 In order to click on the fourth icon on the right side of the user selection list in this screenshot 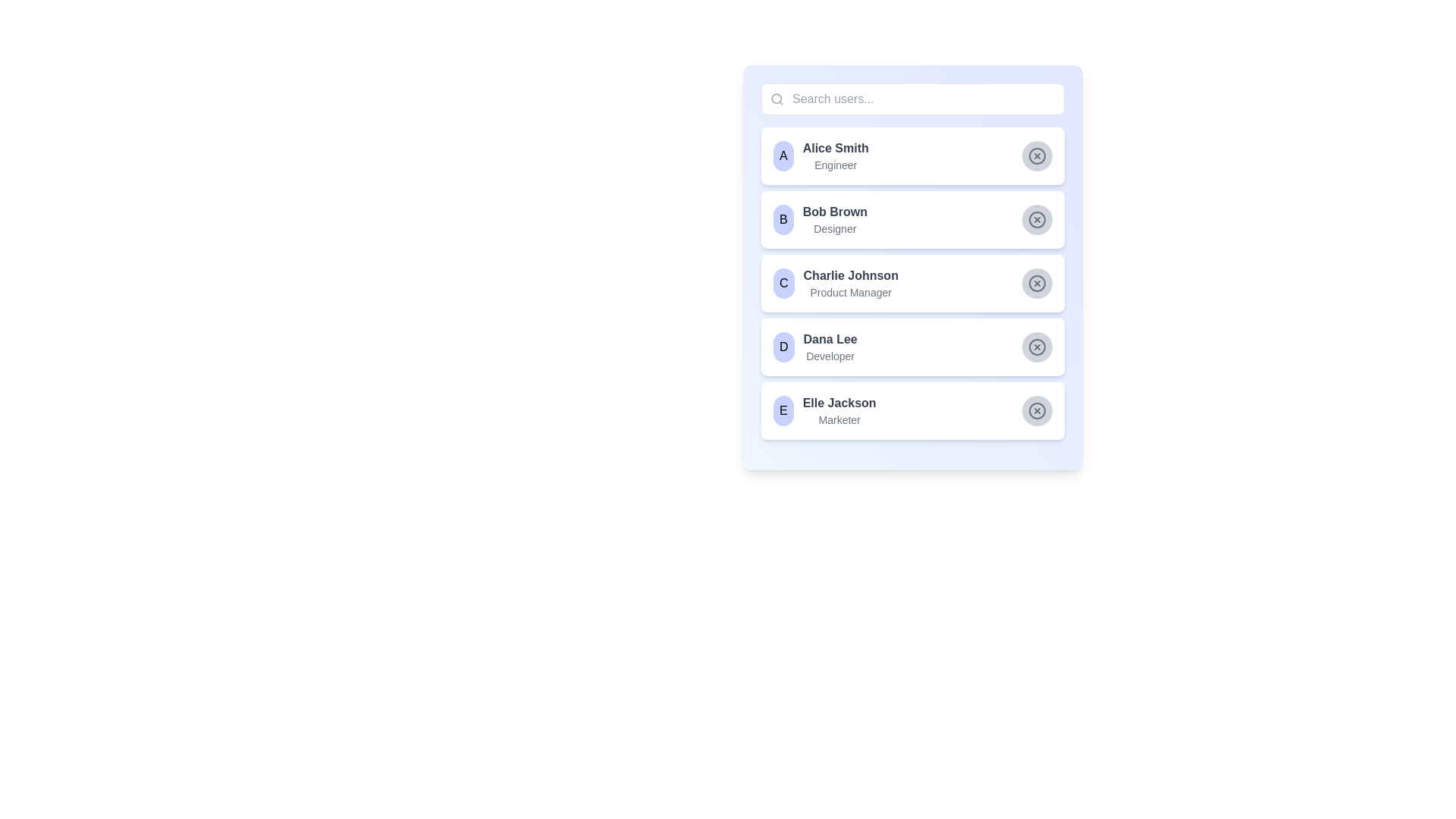, I will do `click(1037, 347)`.